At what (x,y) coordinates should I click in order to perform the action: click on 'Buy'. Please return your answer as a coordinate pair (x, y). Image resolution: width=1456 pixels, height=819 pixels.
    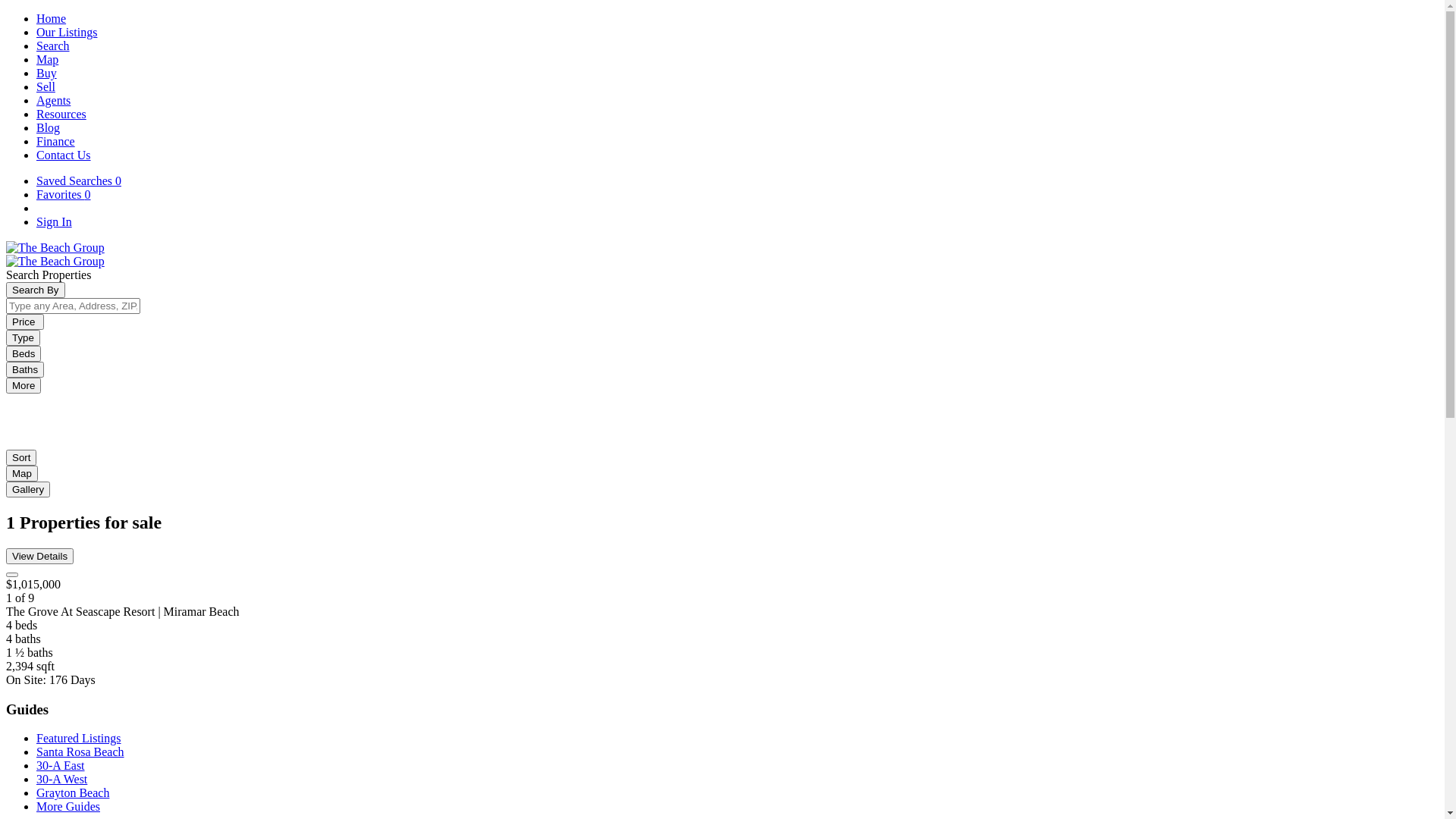
    Looking at the image, I should click on (36, 73).